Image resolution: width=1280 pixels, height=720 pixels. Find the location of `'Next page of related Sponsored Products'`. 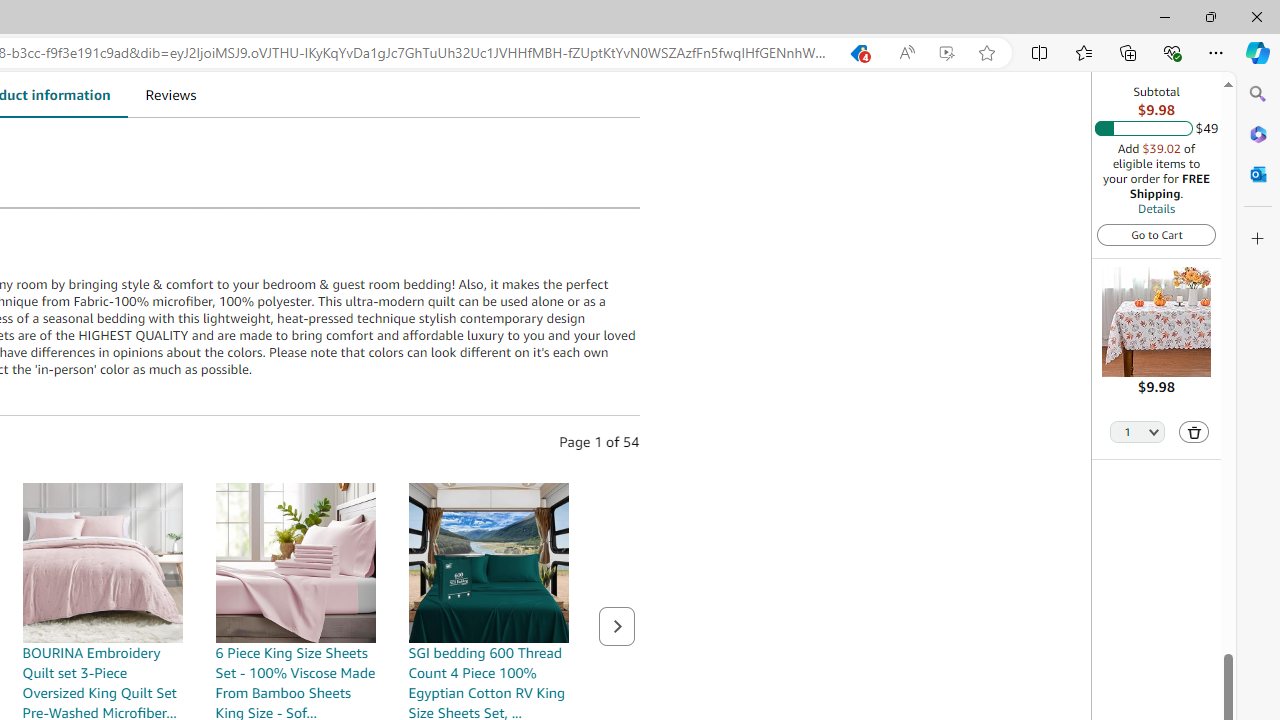

'Next page of related Sponsored Products' is located at coordinates (615, 625).